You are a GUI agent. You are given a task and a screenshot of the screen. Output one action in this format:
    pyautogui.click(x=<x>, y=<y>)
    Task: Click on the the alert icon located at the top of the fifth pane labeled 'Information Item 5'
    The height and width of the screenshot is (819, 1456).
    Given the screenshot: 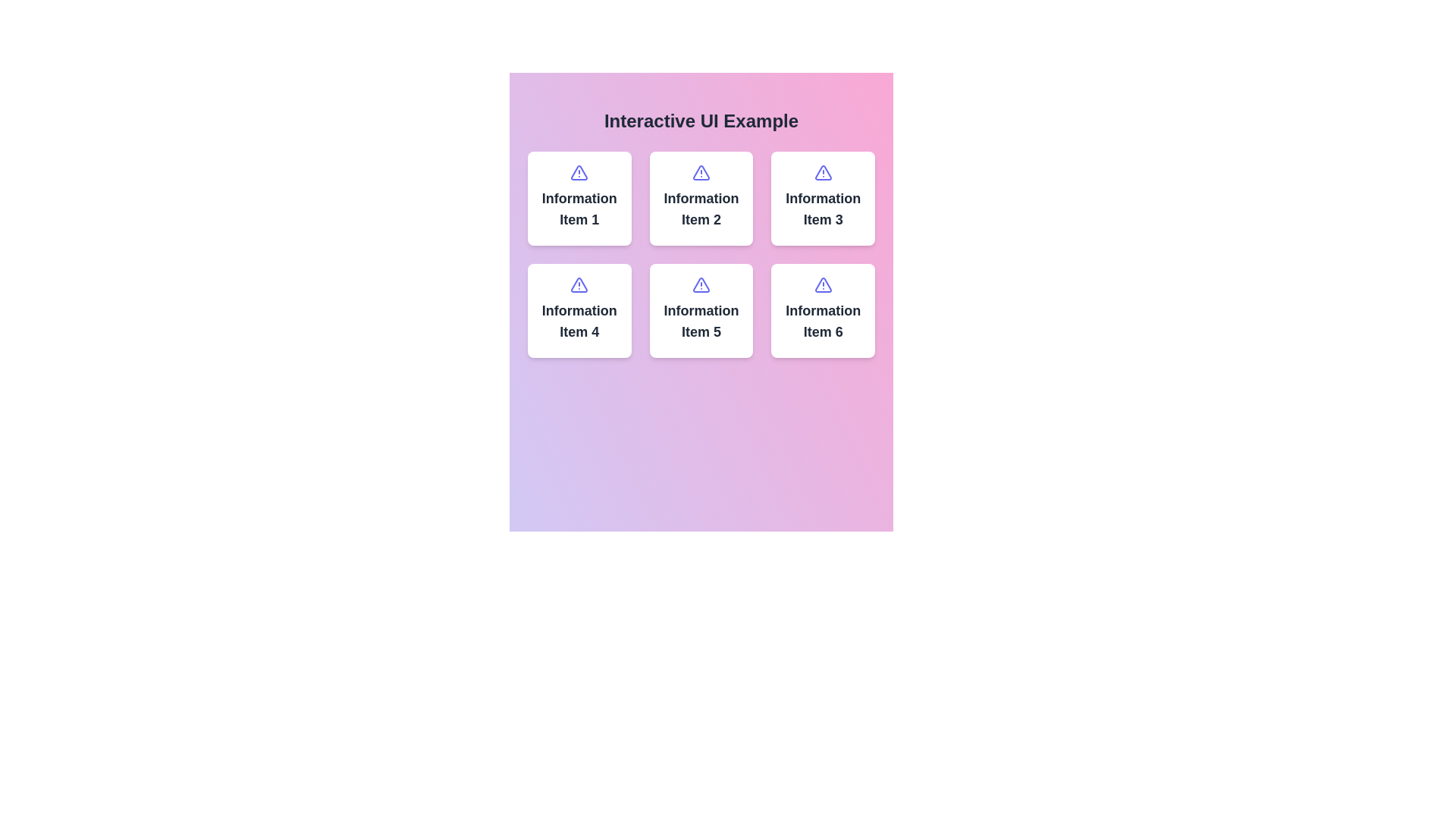 What is the action you would take?
    pyautogui.click(x=701, y=284)
    